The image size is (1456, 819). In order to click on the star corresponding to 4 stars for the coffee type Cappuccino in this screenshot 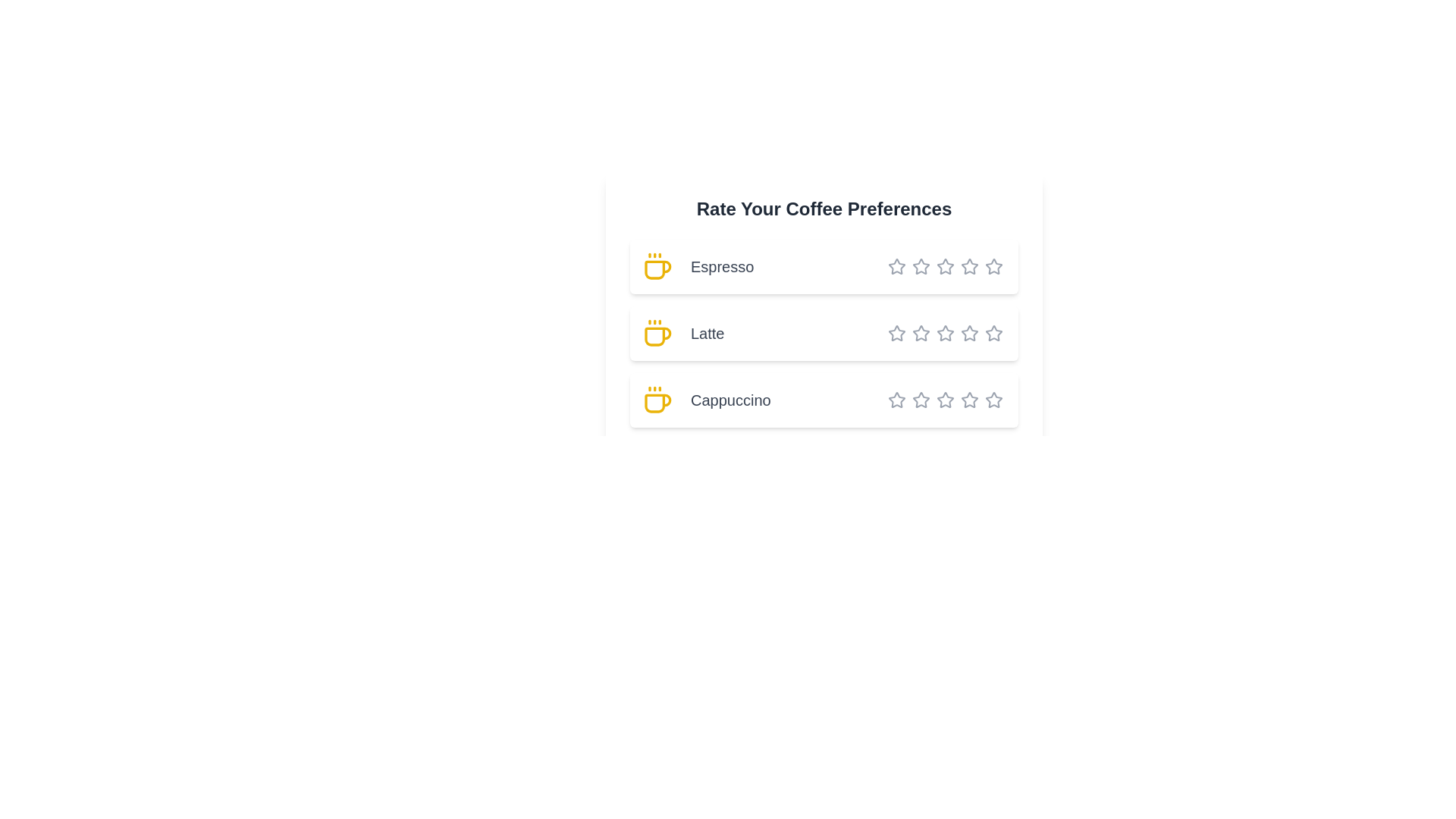, I will do `click(942, 400)`.